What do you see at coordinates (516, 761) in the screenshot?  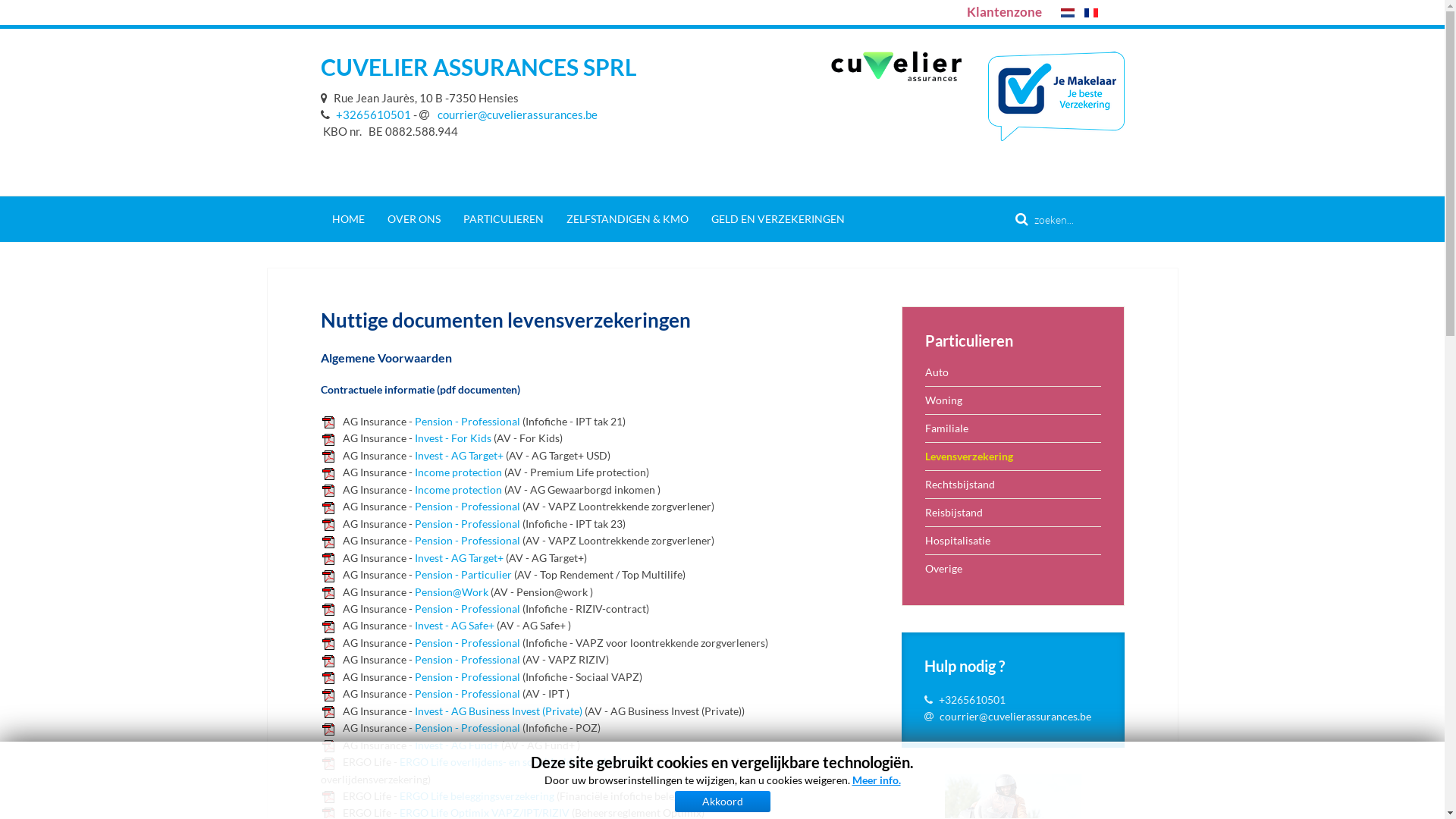 I see `'ERGO Life overlijdens- en schuldsaldoverzekering'` at bounding box center [516, 761].